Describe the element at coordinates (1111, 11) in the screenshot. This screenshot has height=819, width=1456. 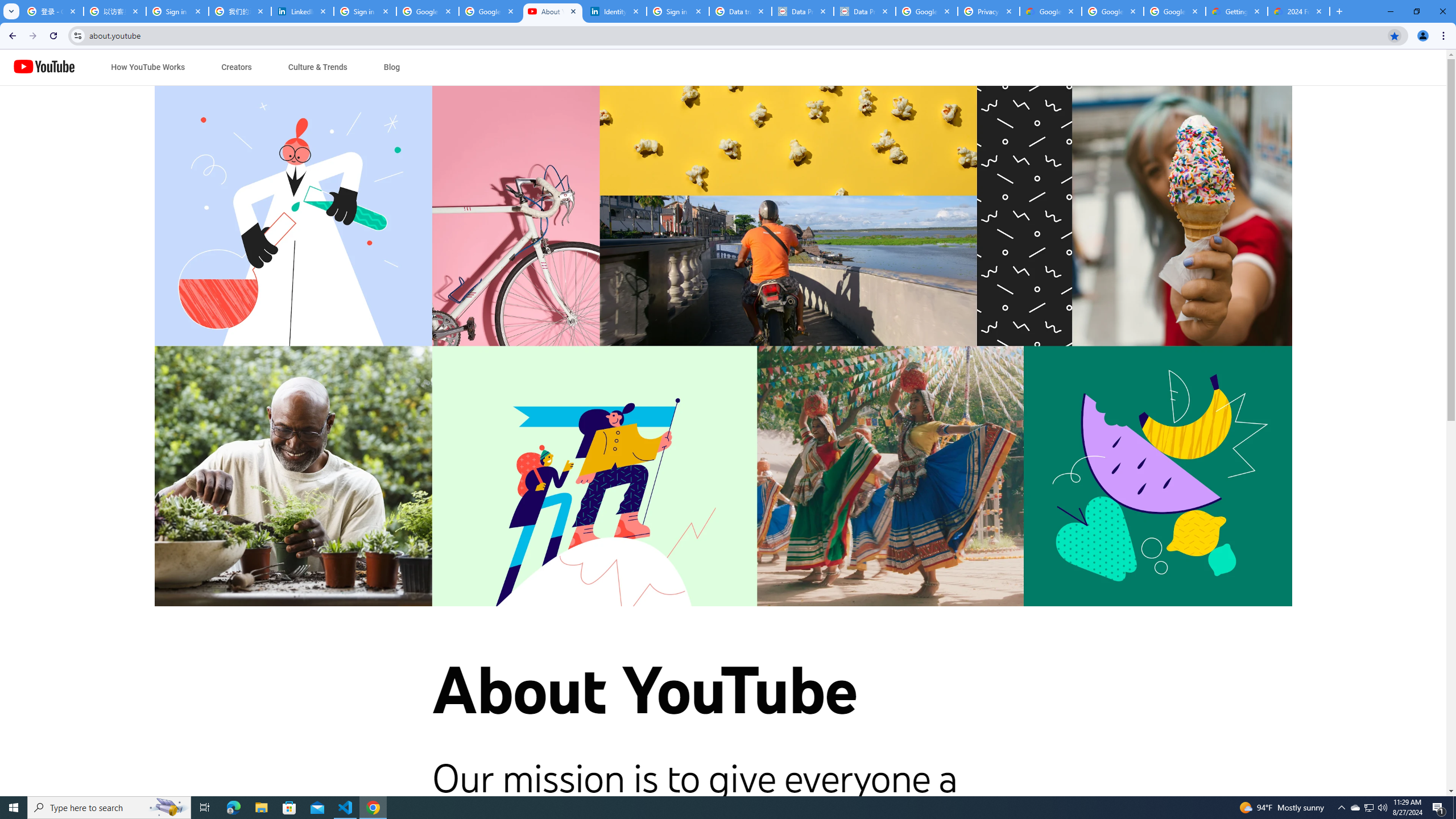
I see `'Google Workspace - Specific Terms'` at that location.